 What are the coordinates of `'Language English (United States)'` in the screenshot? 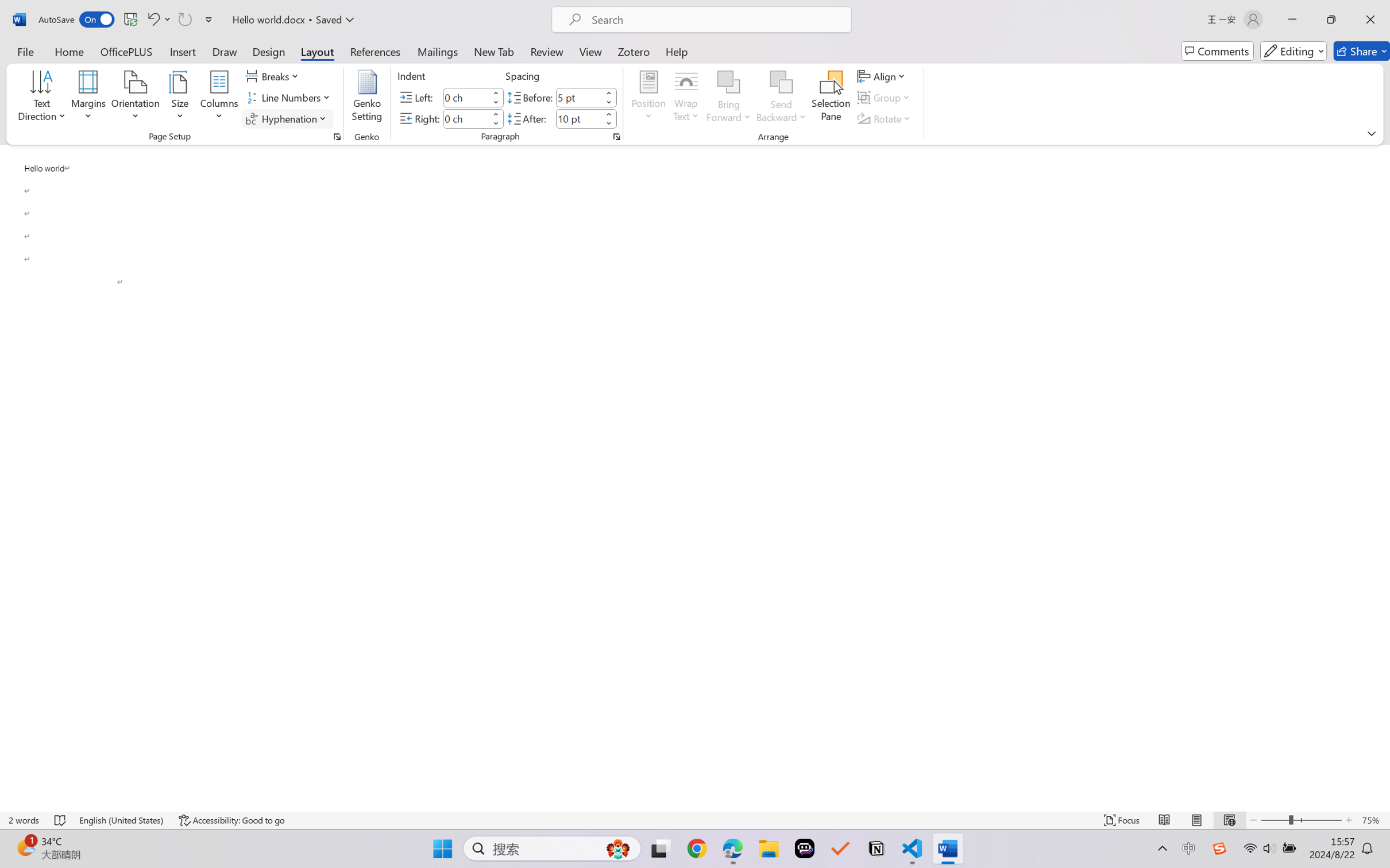 It's located at (122, 820).